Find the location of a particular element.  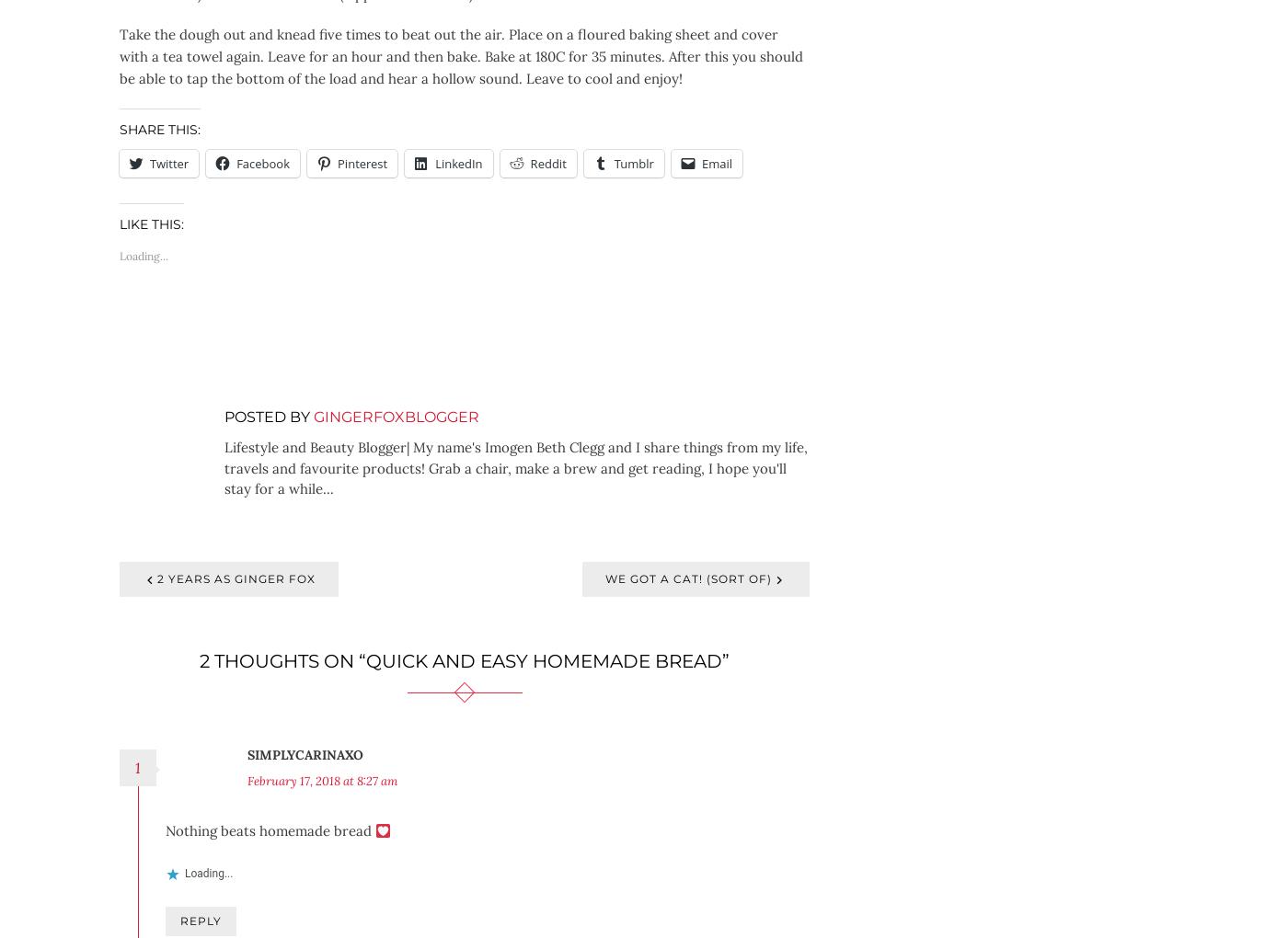

'Lifestyle and Beauty Blogger| 

My name's Imogen Beth Clegg and I share things from my life, travels and favourite products!
 
Grab a chair, make a brew and get reading, I hope you'll stay for a while...' is located at coordinates (224, 467).